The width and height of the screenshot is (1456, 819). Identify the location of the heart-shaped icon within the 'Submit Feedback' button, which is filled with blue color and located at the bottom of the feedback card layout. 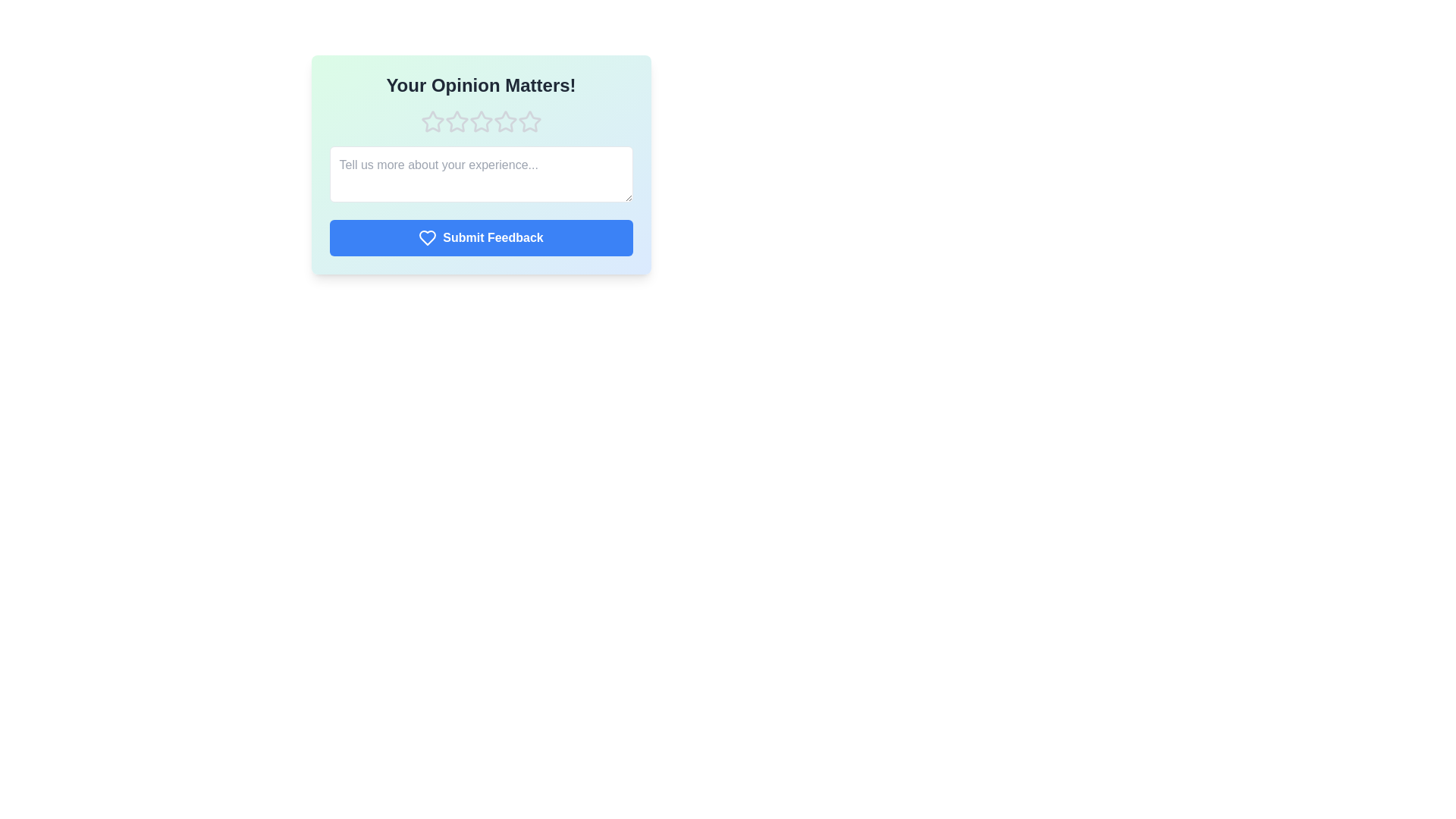
(427, 237).